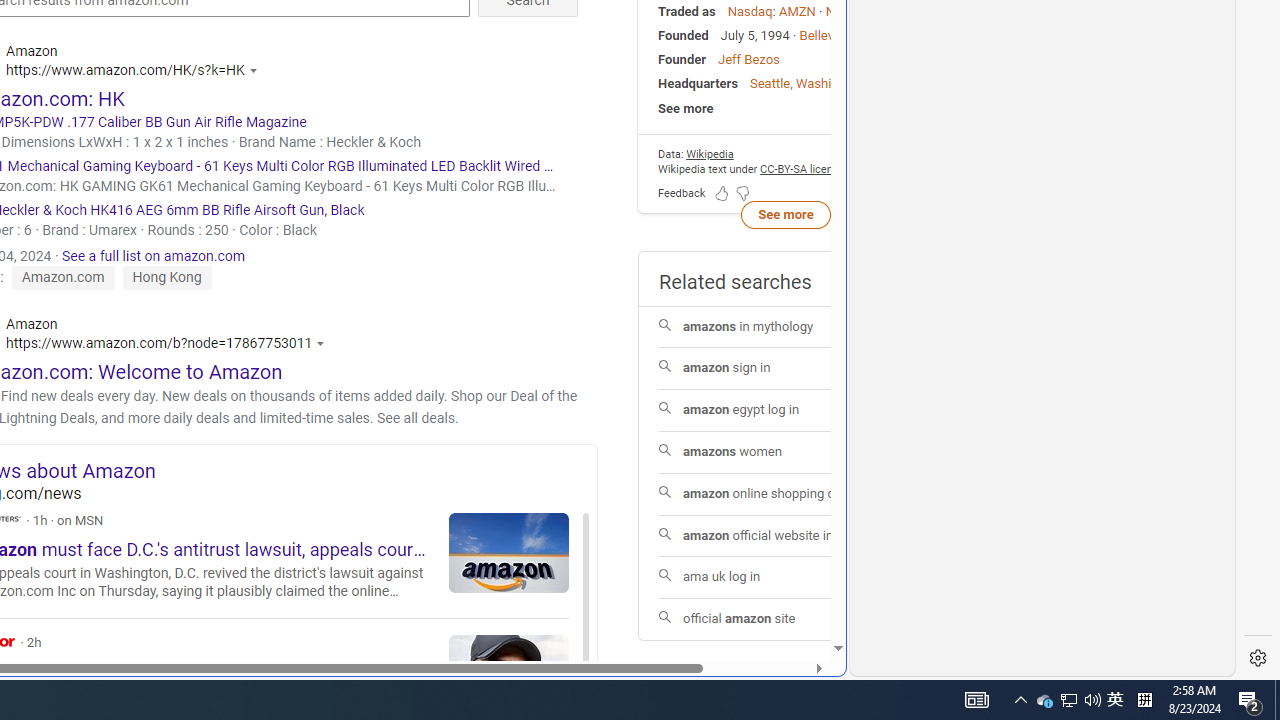 This screenshot has width=1280, height=720. I want to click on 'See more', so click(784, 213).